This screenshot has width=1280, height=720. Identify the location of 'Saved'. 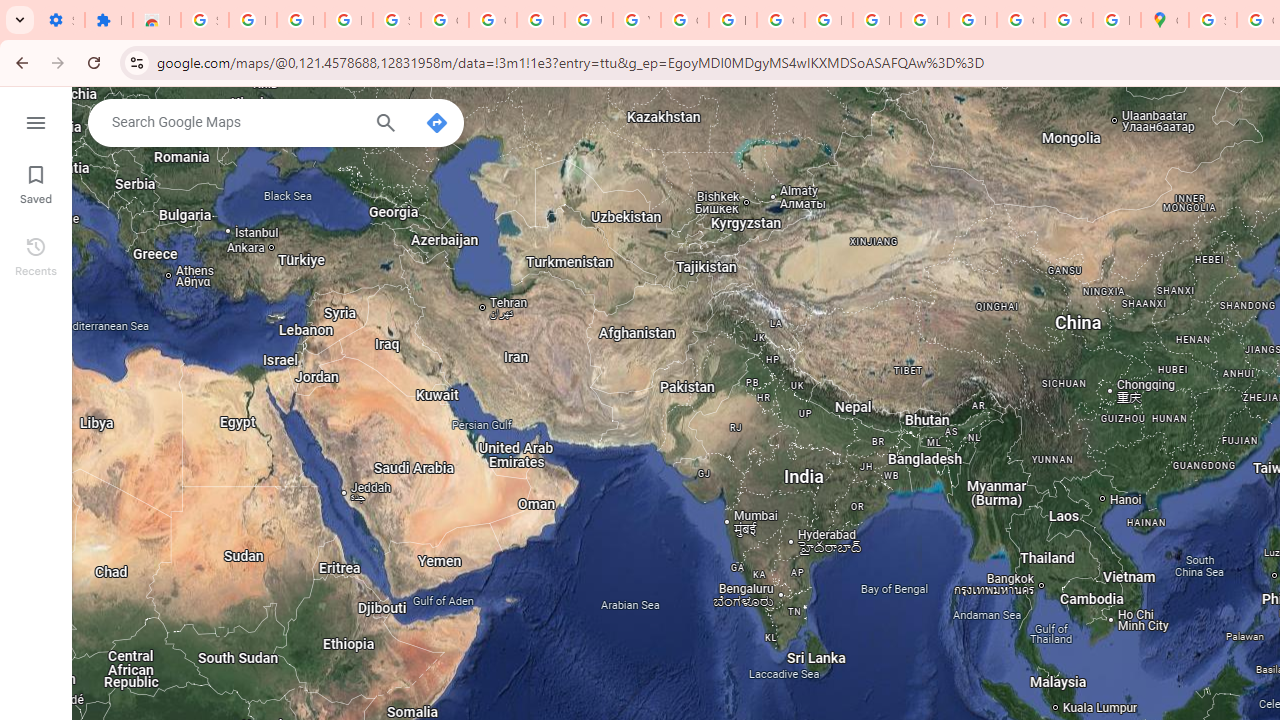
(35, 182).